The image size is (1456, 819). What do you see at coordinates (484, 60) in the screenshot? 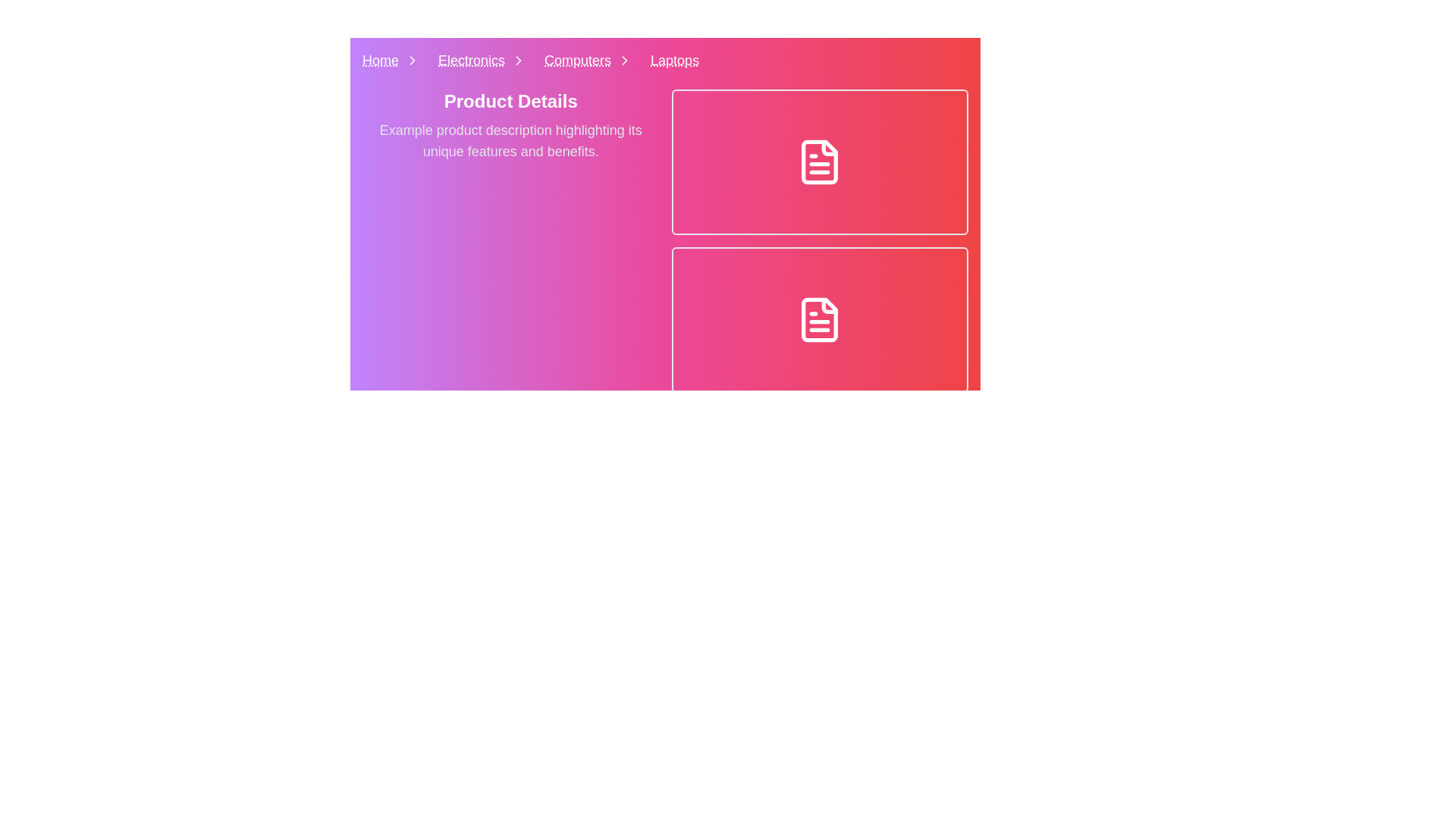
I see `the breadcrumb link labeled 'Electronics' to trigger a visual effect such as an opacity change` at bounding box center [484, 60].